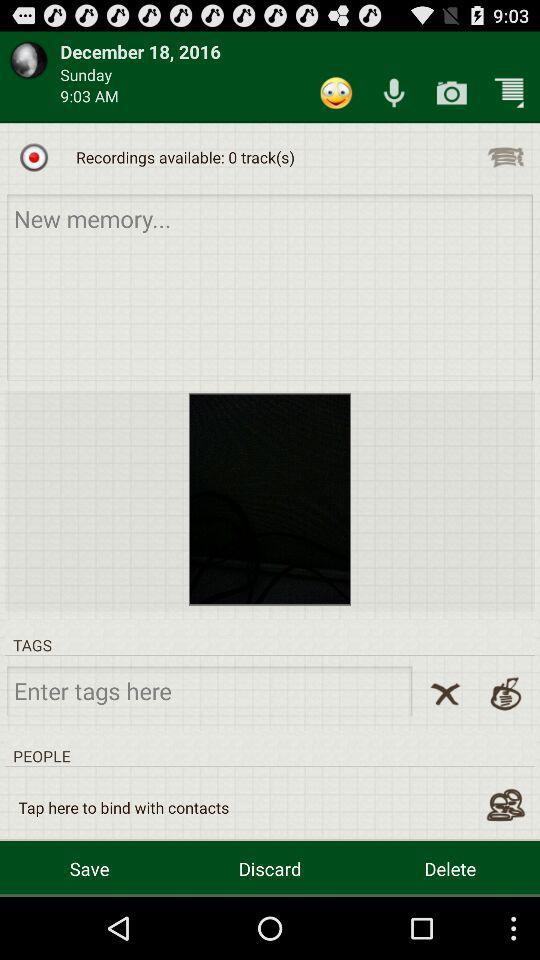 The image size is (540, 960). What do you see at coordinates (270, 286) in the screenshot?
I see `write new memory` at bounding box center [270, 286].